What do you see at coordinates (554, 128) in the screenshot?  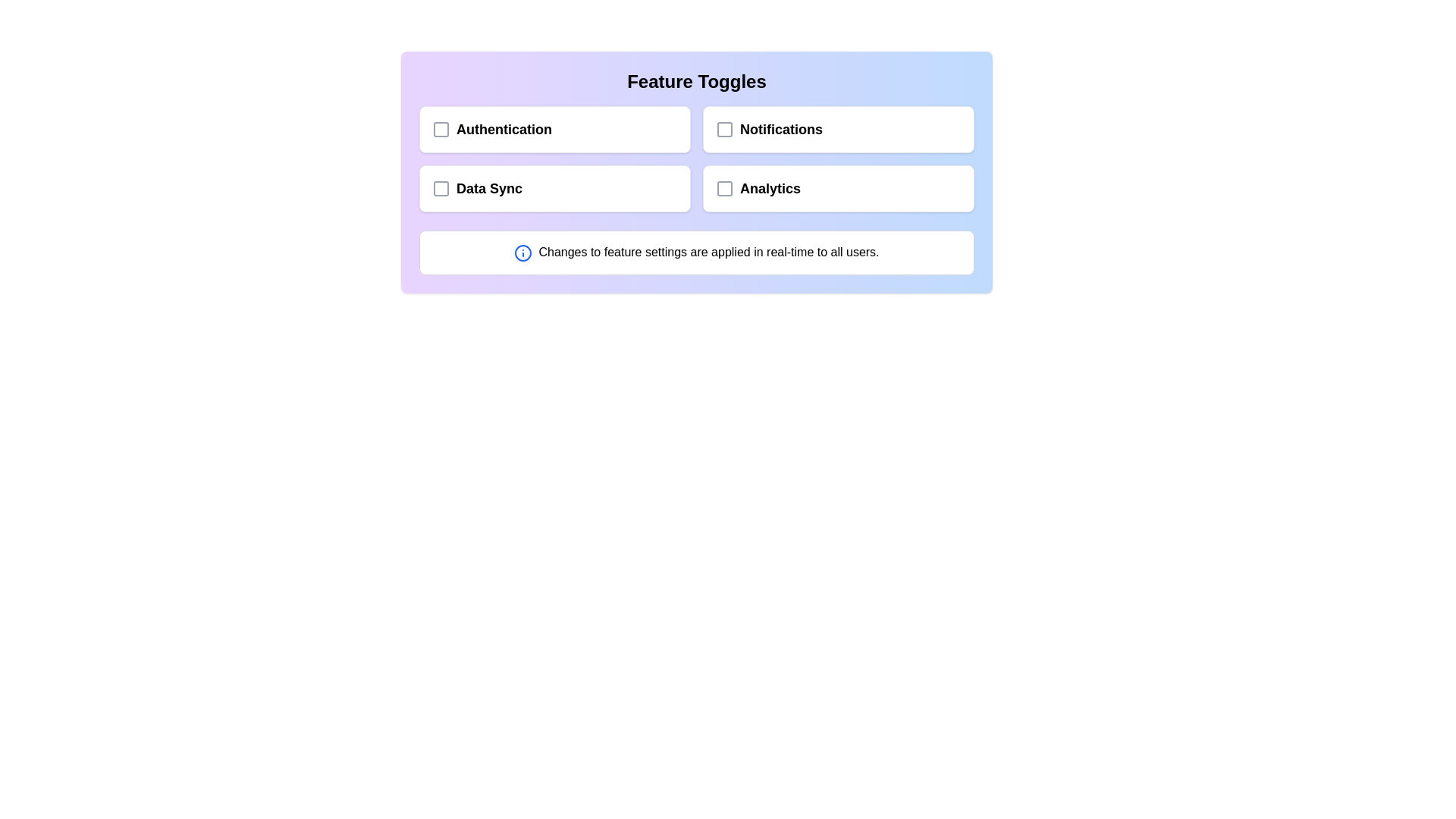 I see `the toggleable option labeled 'Authentication' which is the first element in the upper left corner of the grid layout containing feature toggles` at bounding box center [554, 128].